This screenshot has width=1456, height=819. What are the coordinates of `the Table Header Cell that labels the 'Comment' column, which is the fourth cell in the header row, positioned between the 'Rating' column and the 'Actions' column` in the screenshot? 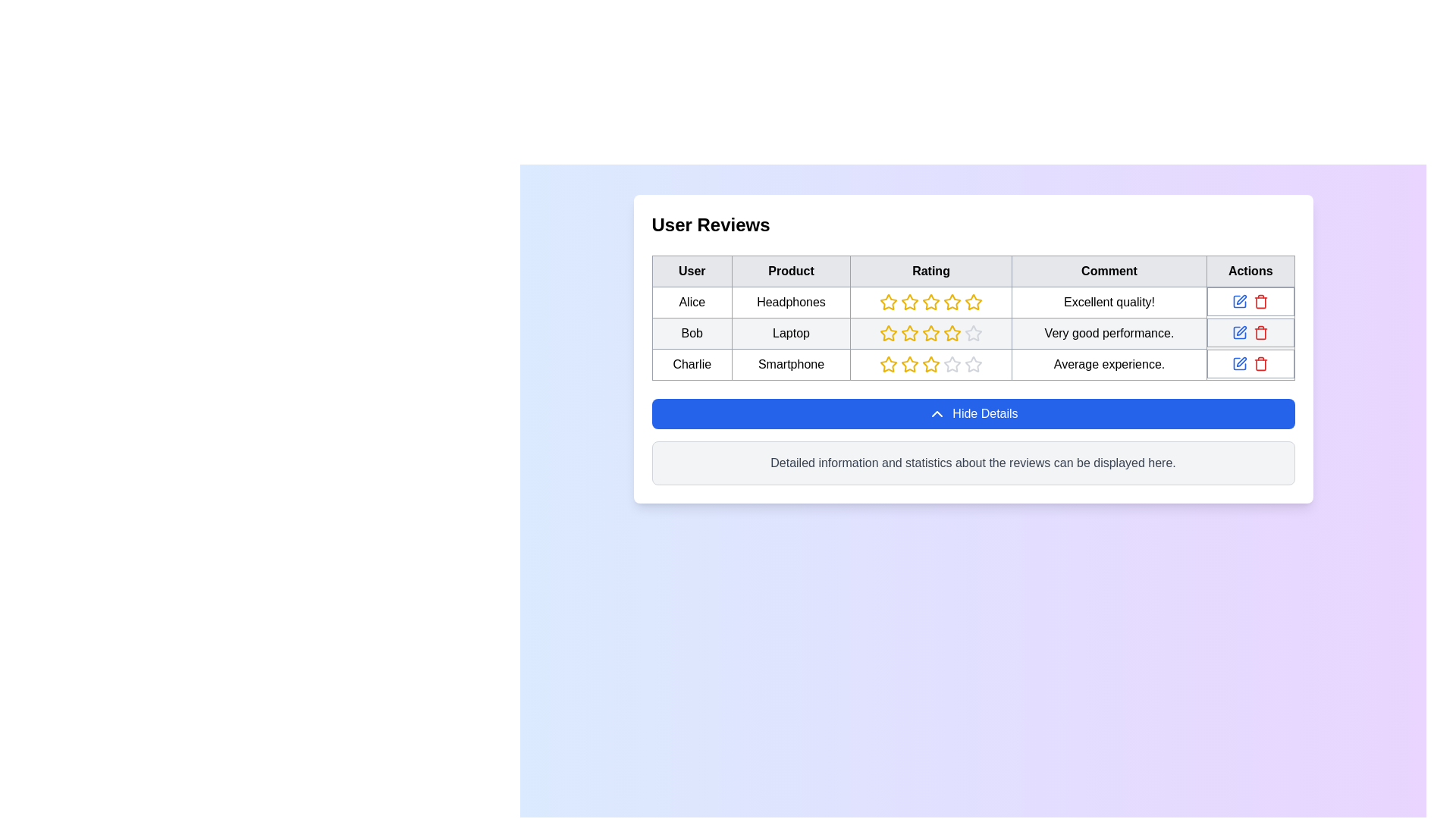 It's located at (1109, 271).